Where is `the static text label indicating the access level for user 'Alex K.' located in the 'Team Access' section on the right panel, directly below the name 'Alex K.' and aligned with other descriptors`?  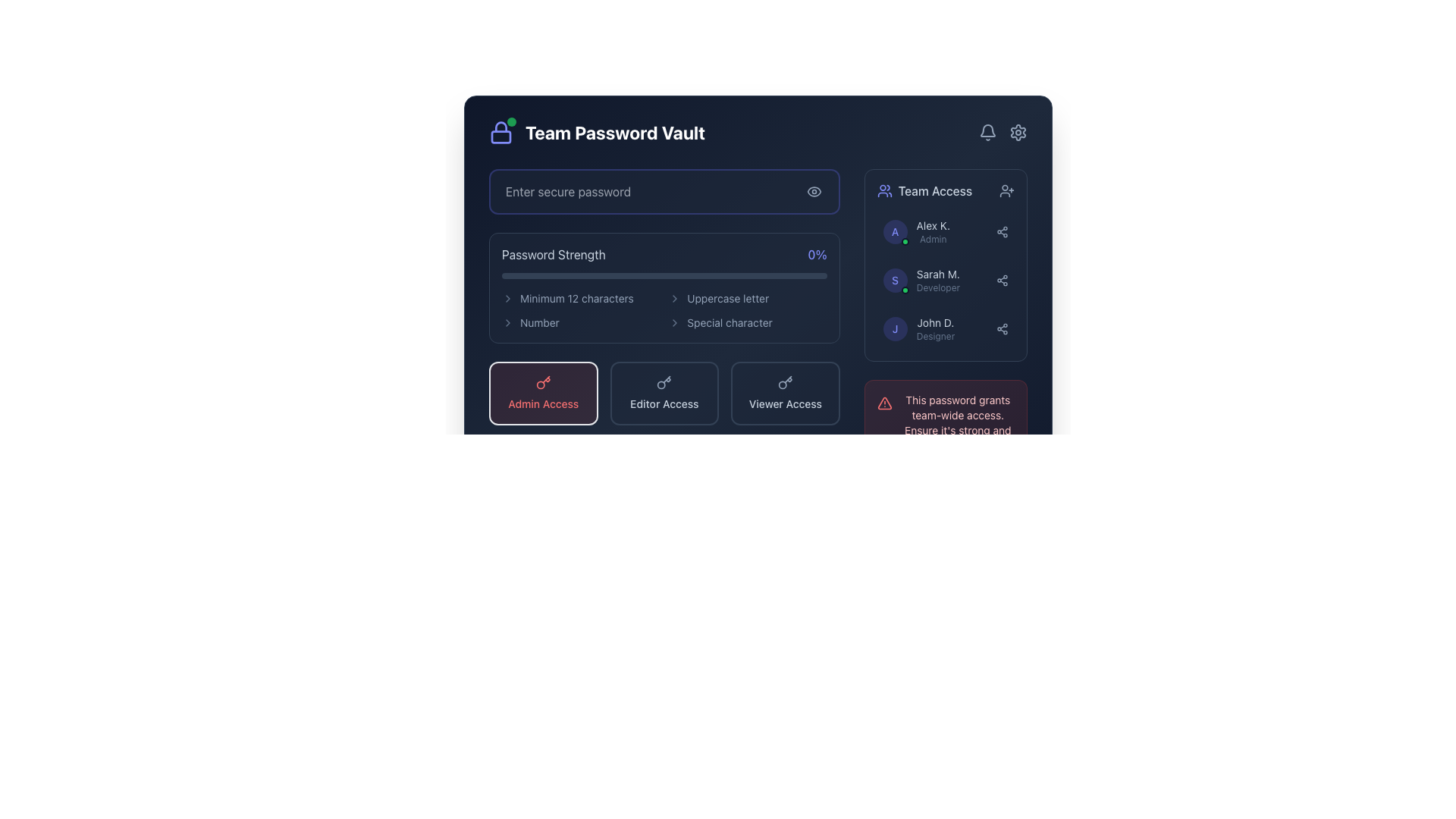 the static text label indicating the access level for user 'Alex K.' located in the 'Team Access' section on the right panel, directly below the name 'Alex K.' and aligned with other descriptors is located at coordinates (932, 239).